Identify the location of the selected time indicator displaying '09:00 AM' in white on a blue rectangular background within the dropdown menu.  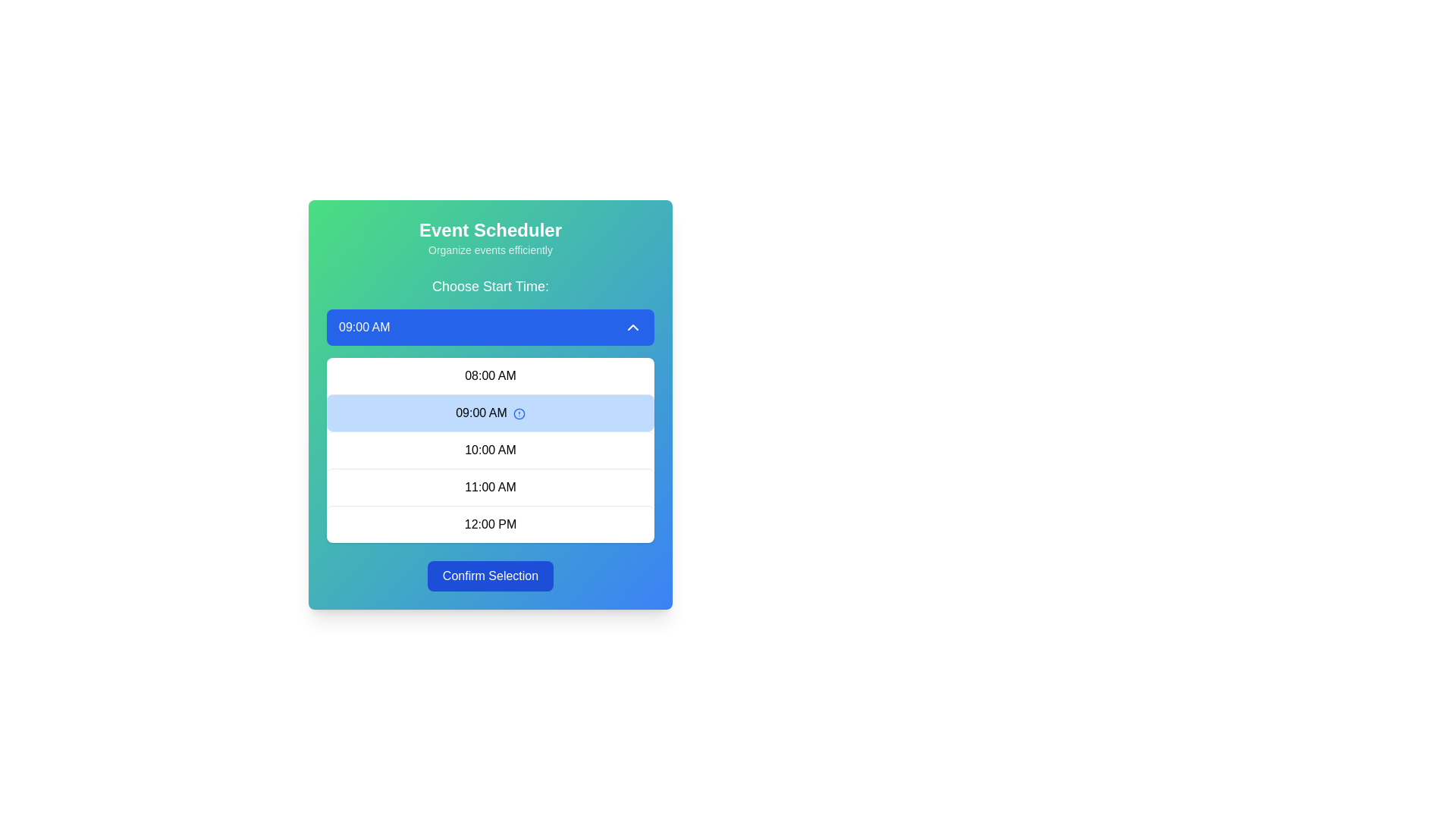
(364, 327).